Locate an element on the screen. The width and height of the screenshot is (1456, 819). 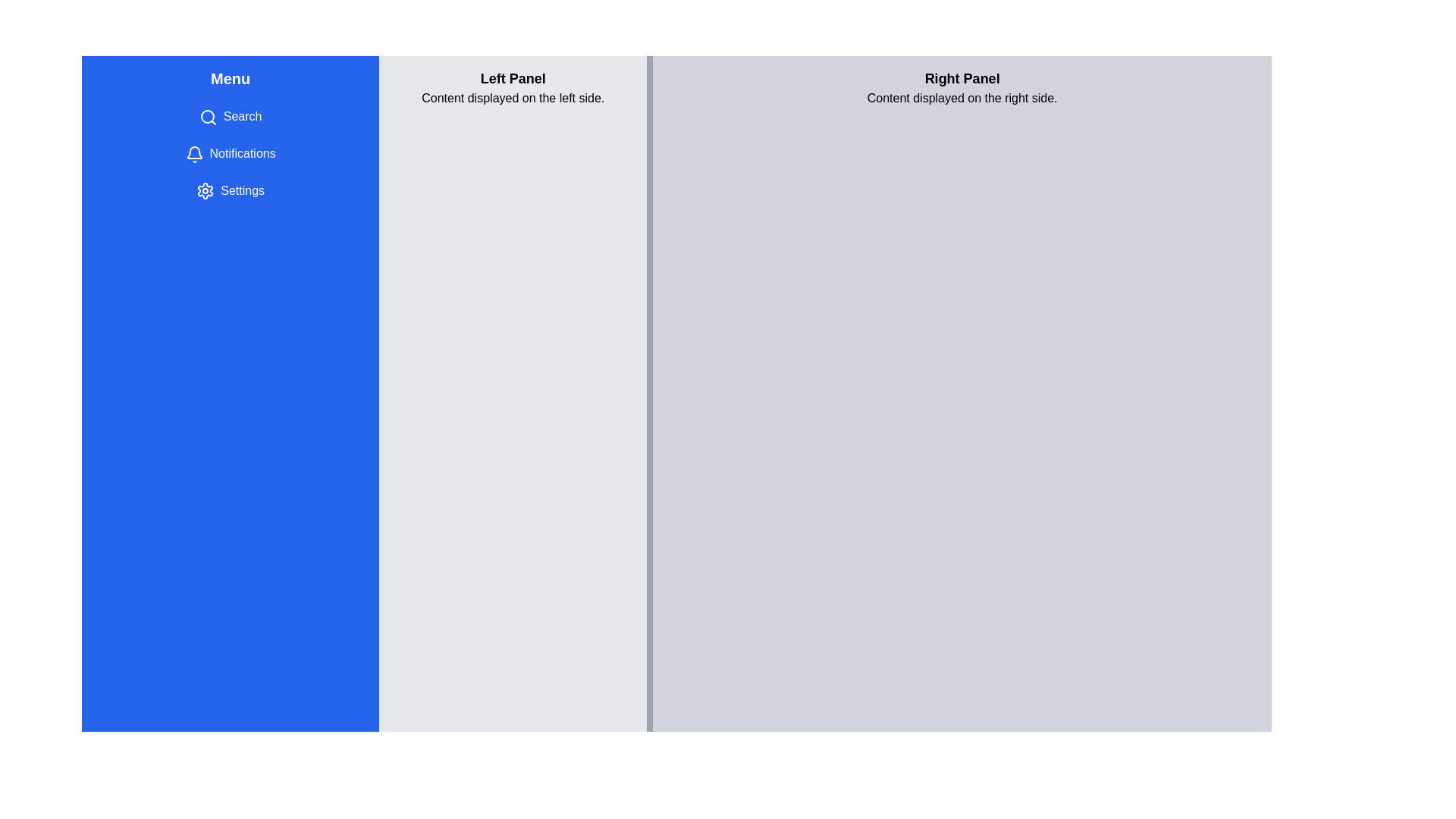
the header or label at the top of the left sidebar, which indicates the function or scope of the options below it is located at coordinates (230, 79).